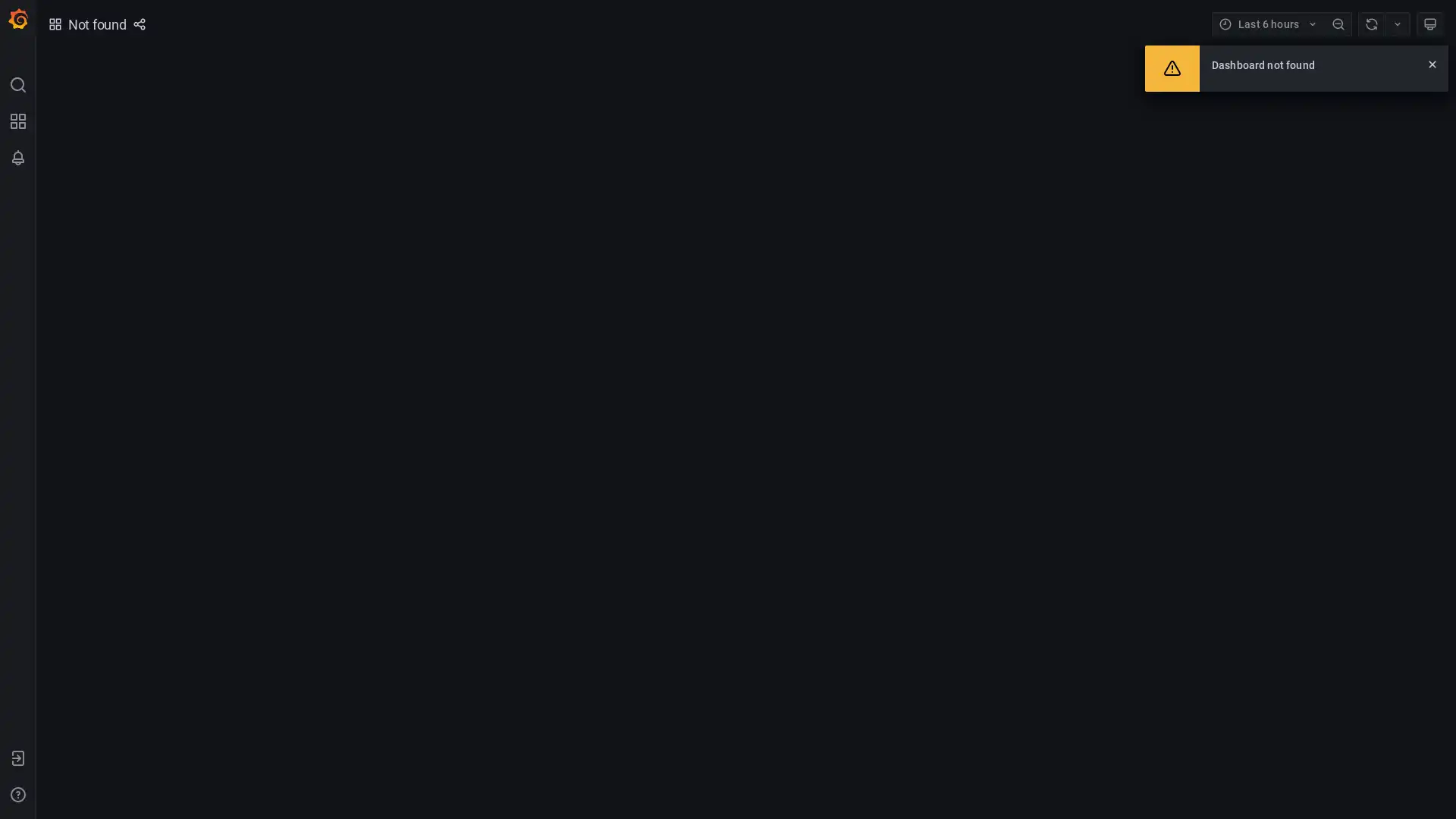 The image size is (1456, 819). I want to click on Time range picker with current time range Last 6 hours selected, so click(1268, 24).